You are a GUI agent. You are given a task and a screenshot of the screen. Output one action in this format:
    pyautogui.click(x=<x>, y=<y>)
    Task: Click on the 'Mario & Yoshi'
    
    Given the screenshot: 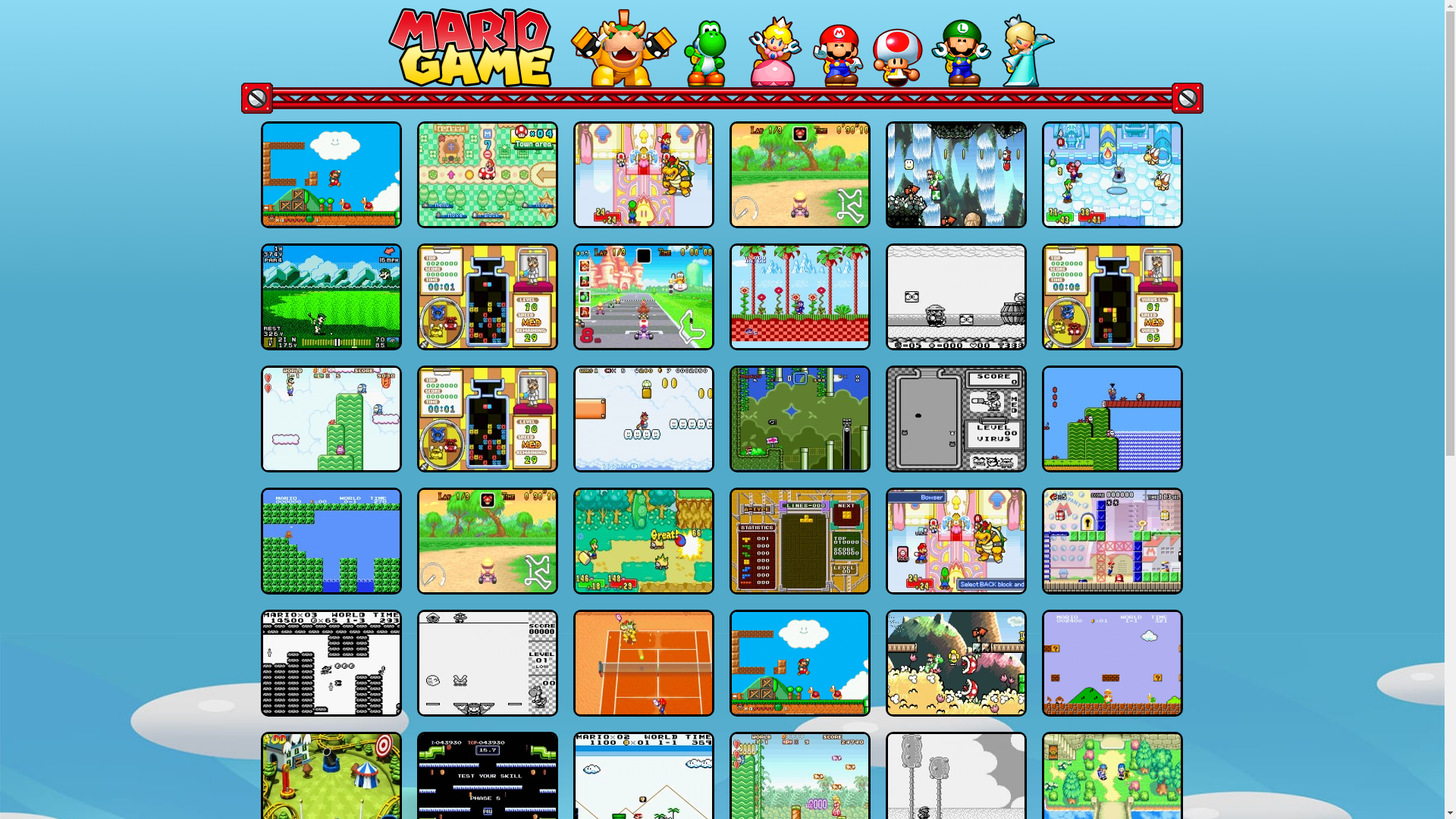 What is the action you would take?
    pyautogui.click(x=488, y=661)
    